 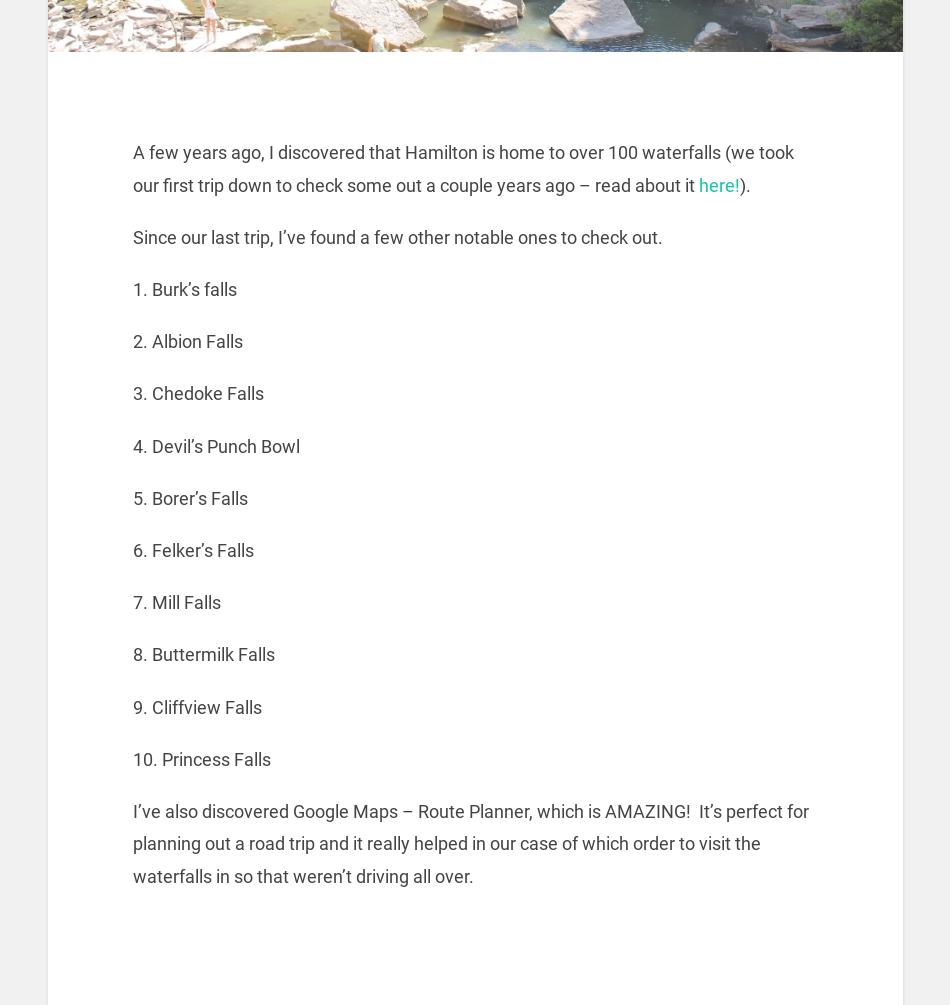 What do you see at coordinates (699, 183) in the screenshot?
I see `'here!'` at bounding box center [699, 183].